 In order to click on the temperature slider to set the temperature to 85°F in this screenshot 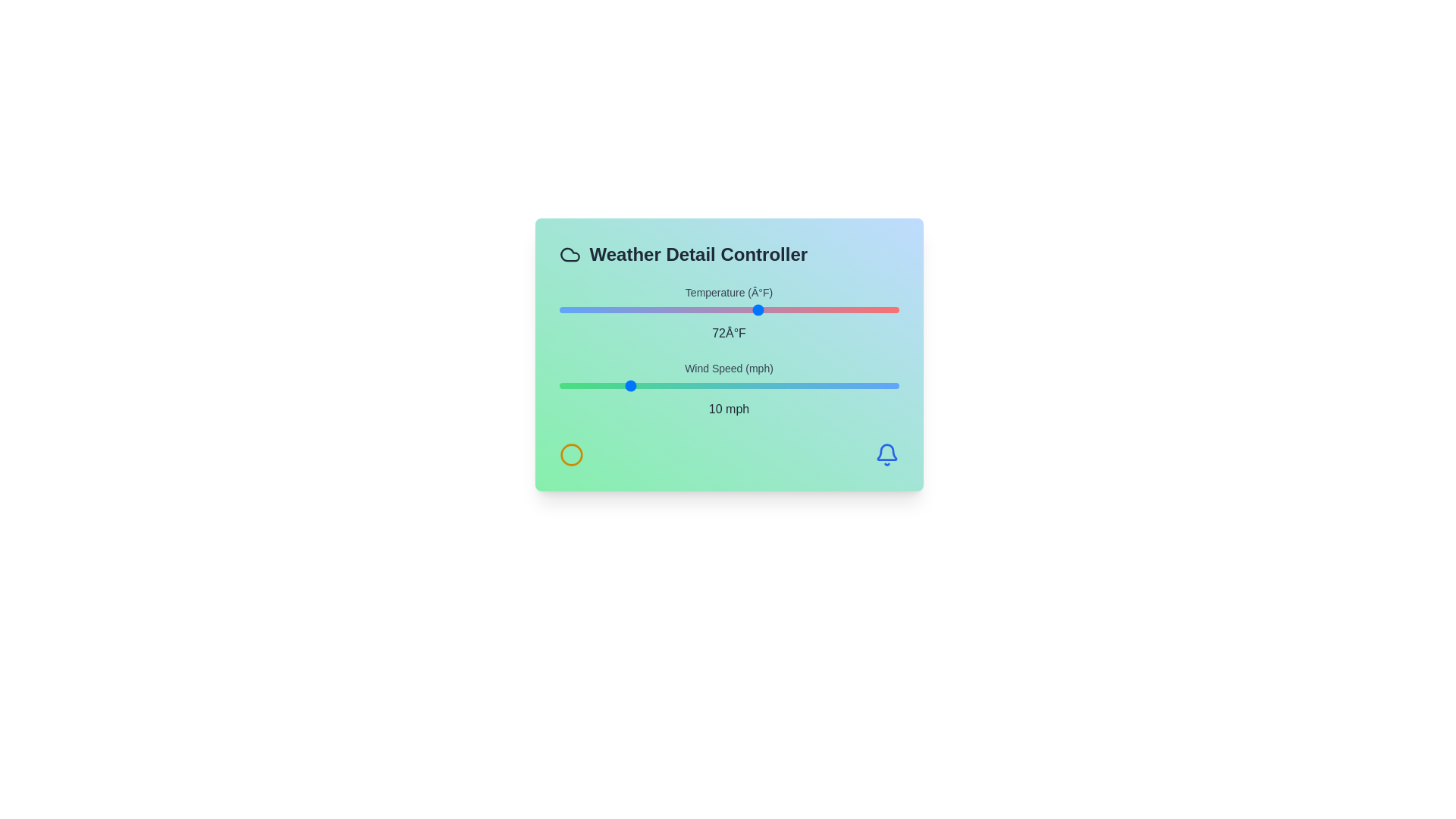, I will do `click(823, 309)`.